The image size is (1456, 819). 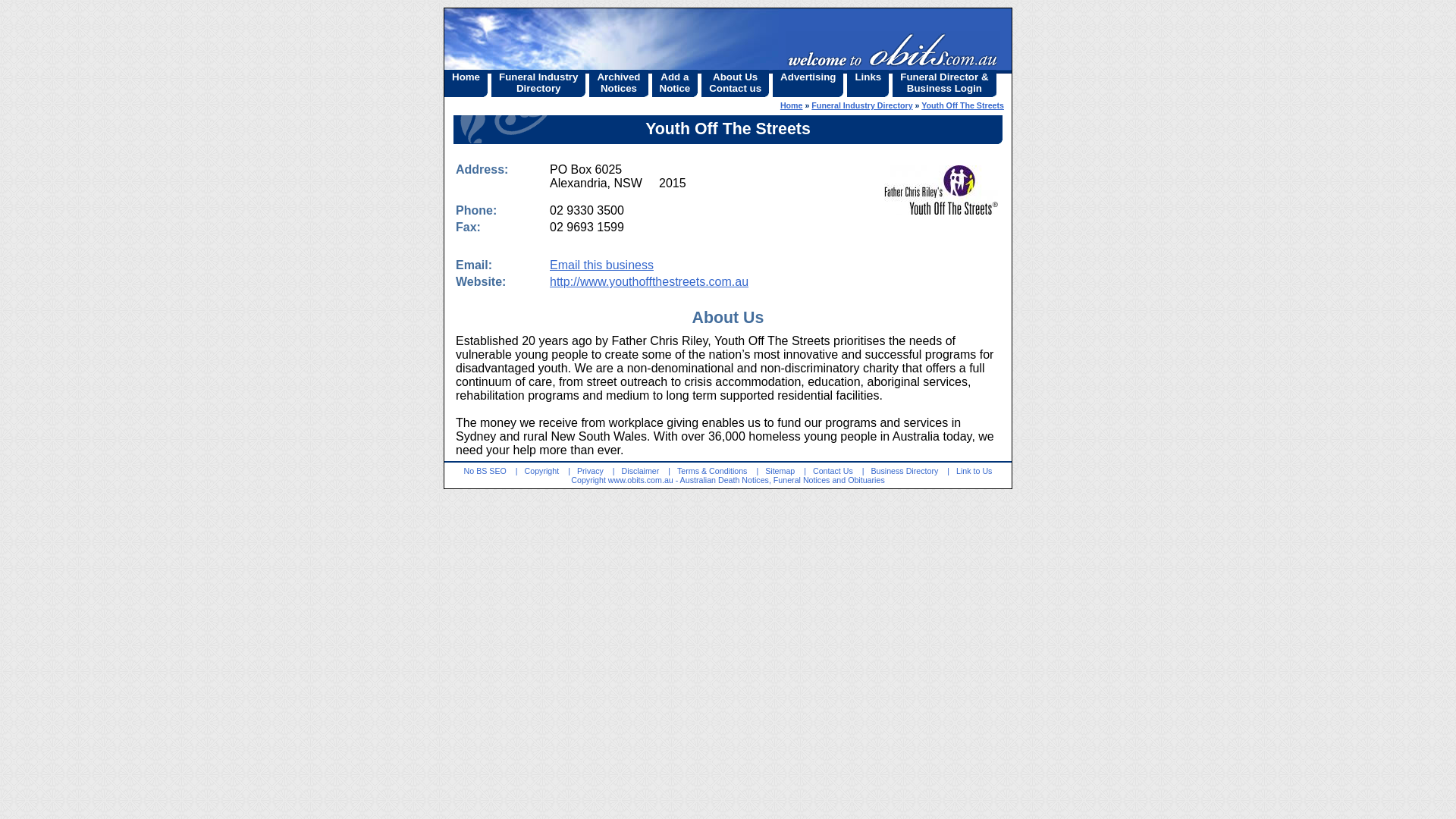 What do you see at coordinates (892, 83) in the screenshot?
I see `'Funeral Director &` at bounding box center [892, 83].